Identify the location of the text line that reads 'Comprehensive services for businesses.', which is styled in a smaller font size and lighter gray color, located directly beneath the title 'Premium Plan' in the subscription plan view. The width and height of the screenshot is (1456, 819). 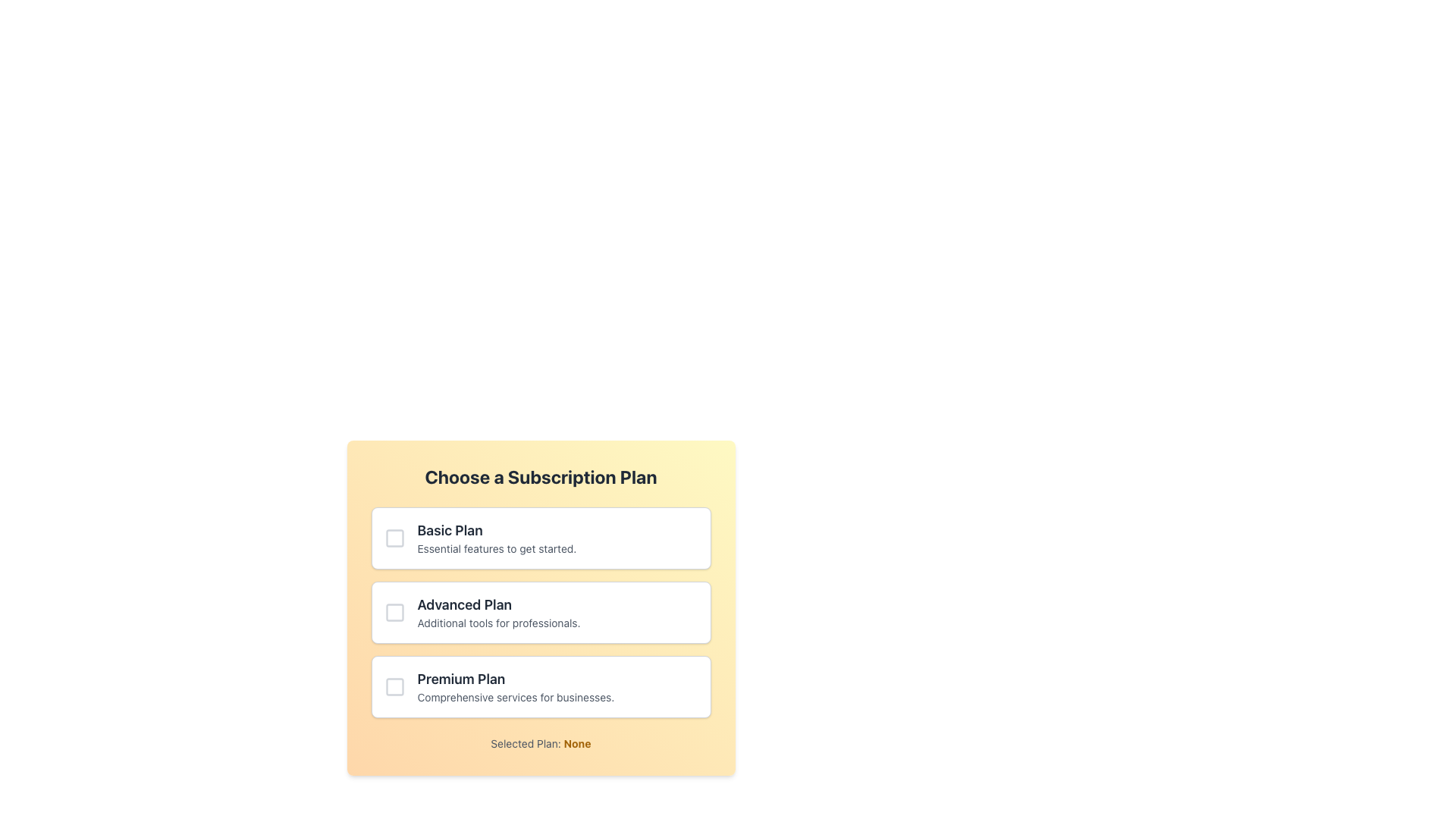
(557, 698).